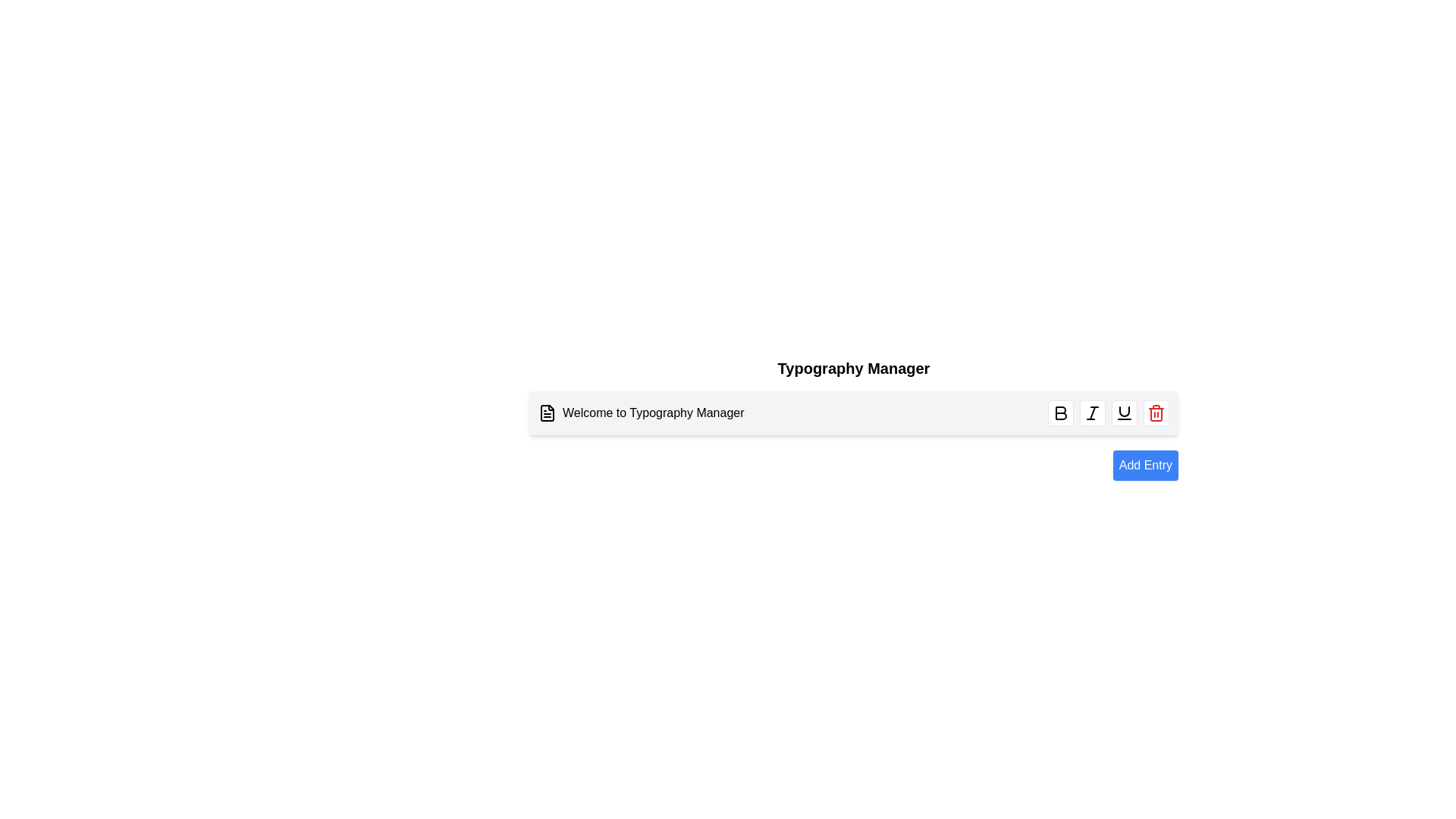 The width and height of the screenshot is (1456, 819). What do you see at coordinates (1060, 413) in the screenshot?
I see `the bold formatting button, which is represented by an icon resembling the letter 'B' with thick lines, located in the toolbar below the 'Welcome to Typography Manager' section, and is the second icon from the left` at bounding box center [1060, 413].